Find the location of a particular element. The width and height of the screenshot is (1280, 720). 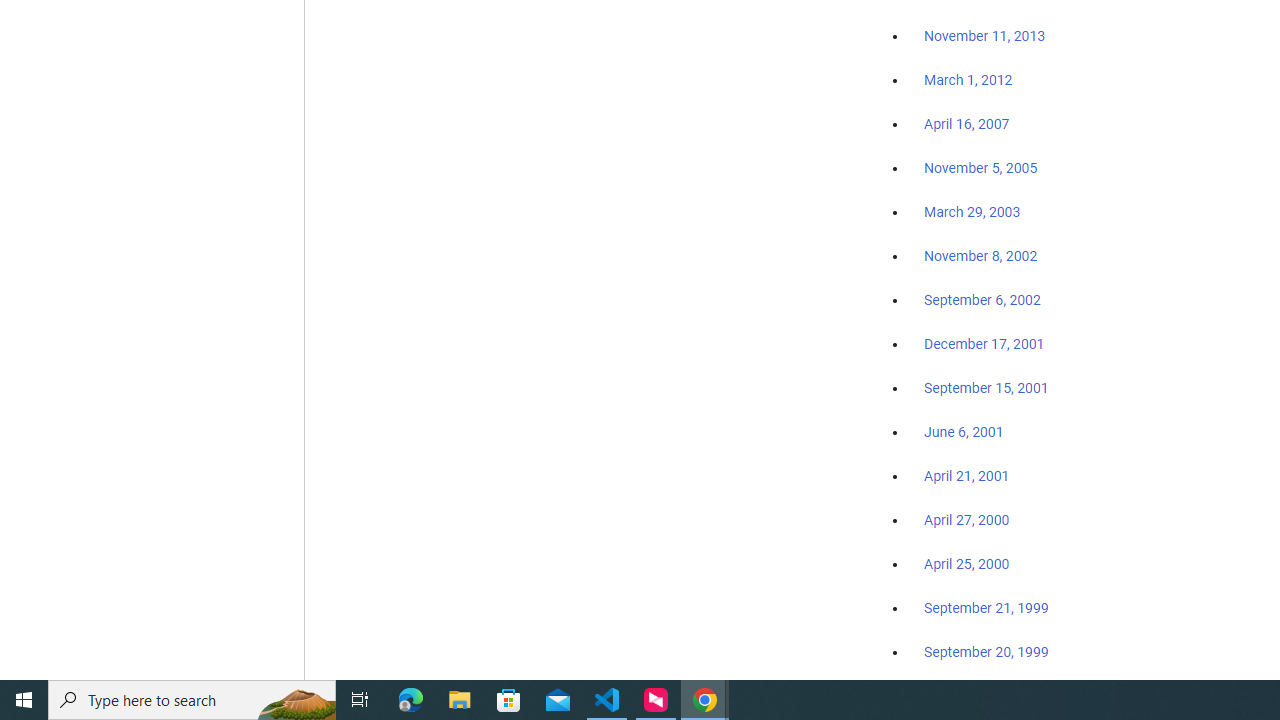

'November 5, 2005' is located at coordinates (981, 167).